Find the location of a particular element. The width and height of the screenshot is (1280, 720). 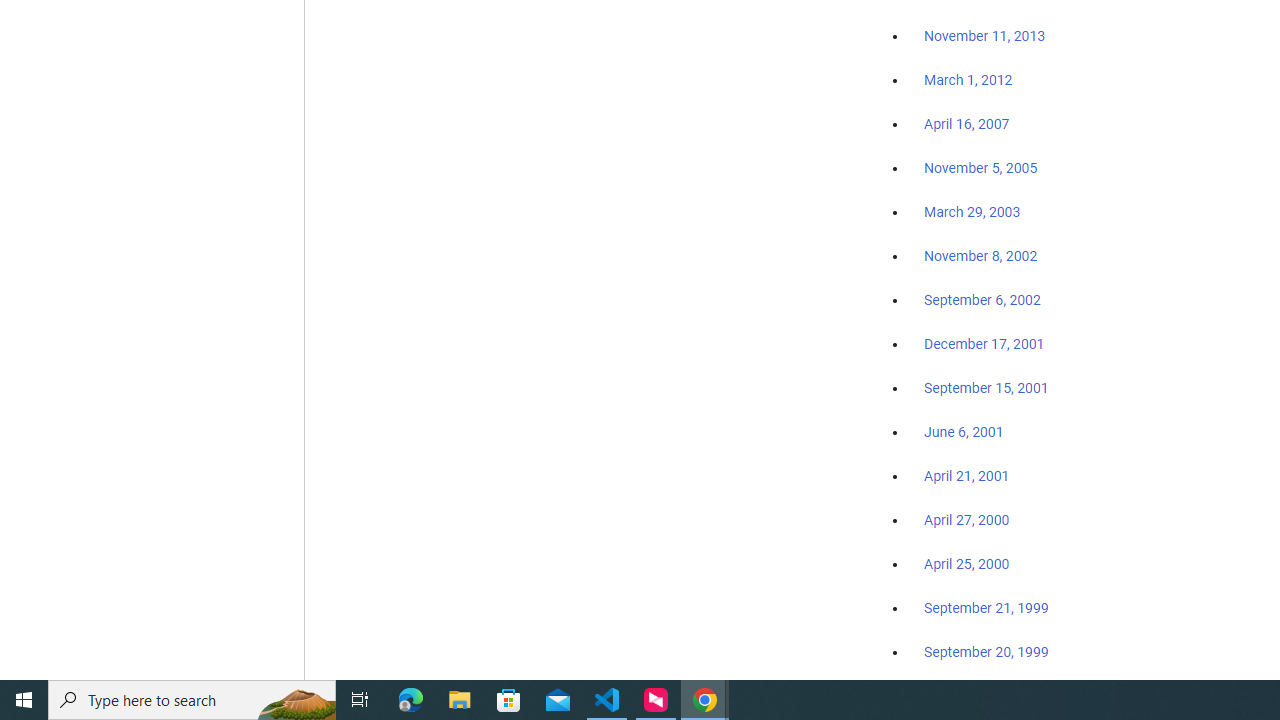

'November 5, 2005' is located at coordinates (981, 167).